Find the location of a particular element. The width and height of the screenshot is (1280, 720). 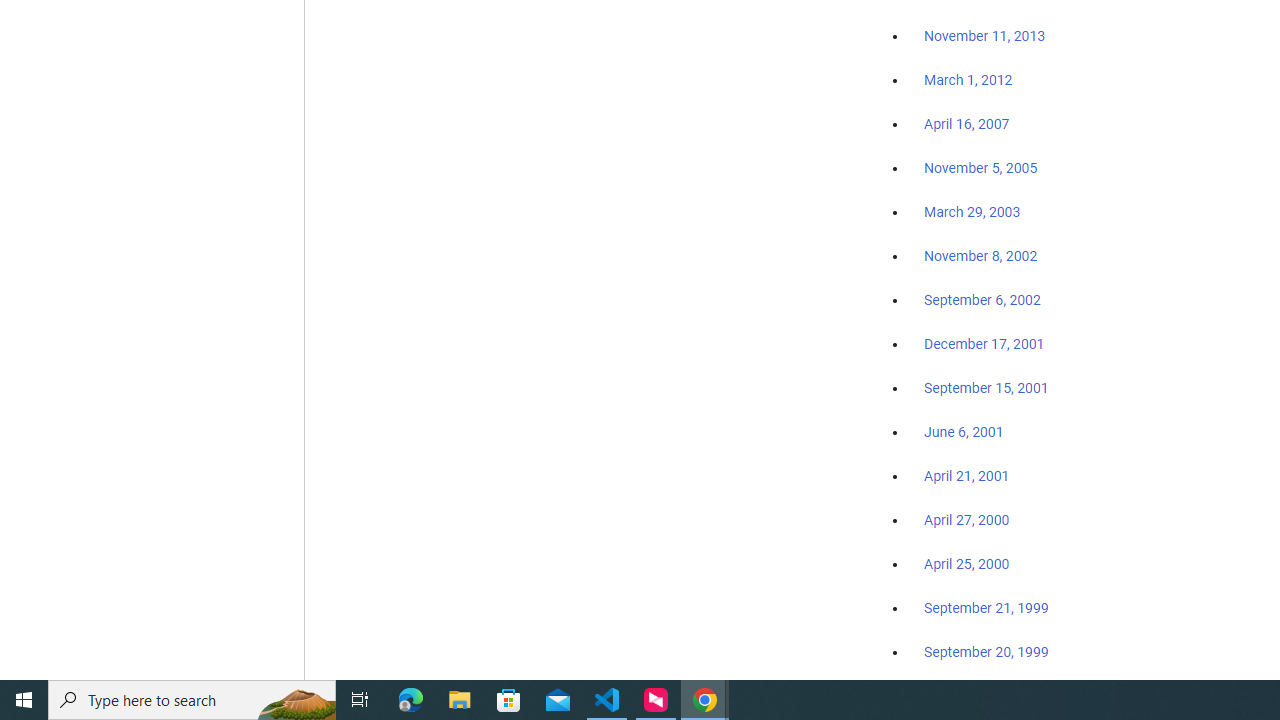

'November 5, 2005' is located at coordinates (981, 167).